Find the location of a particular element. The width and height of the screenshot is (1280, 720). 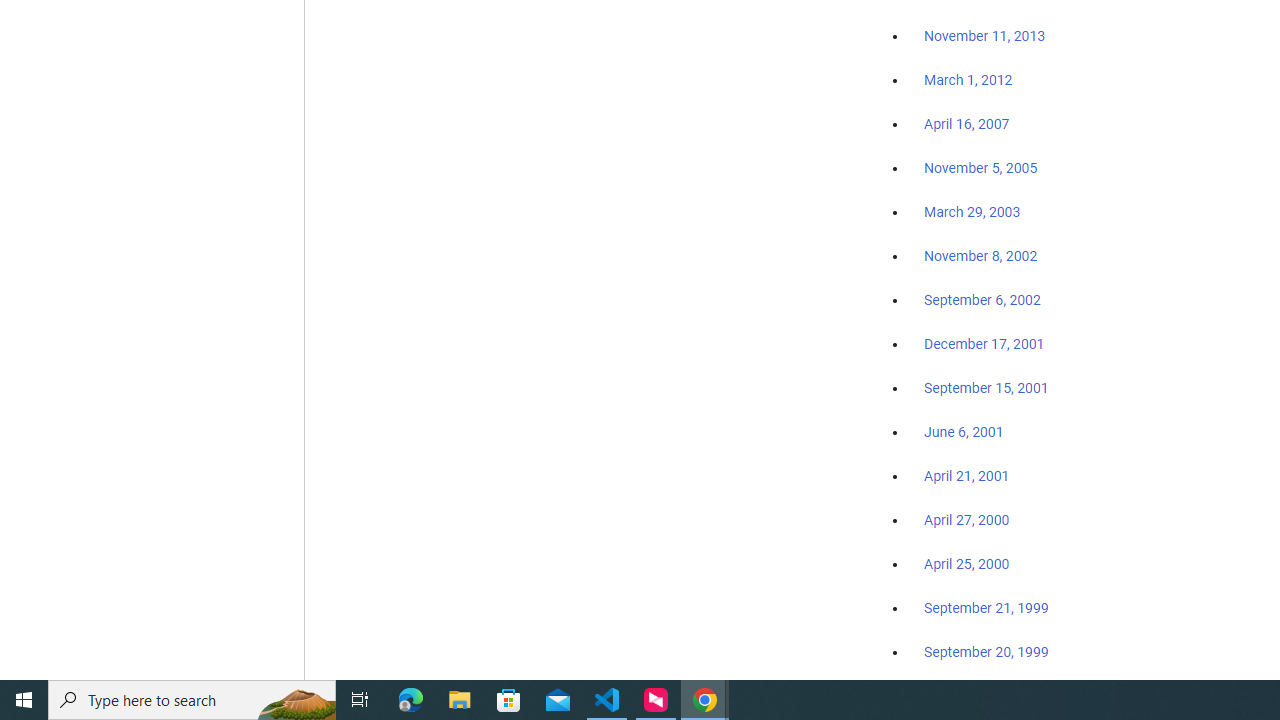

'November 5, 2005' is located at coordinates (981, 167).